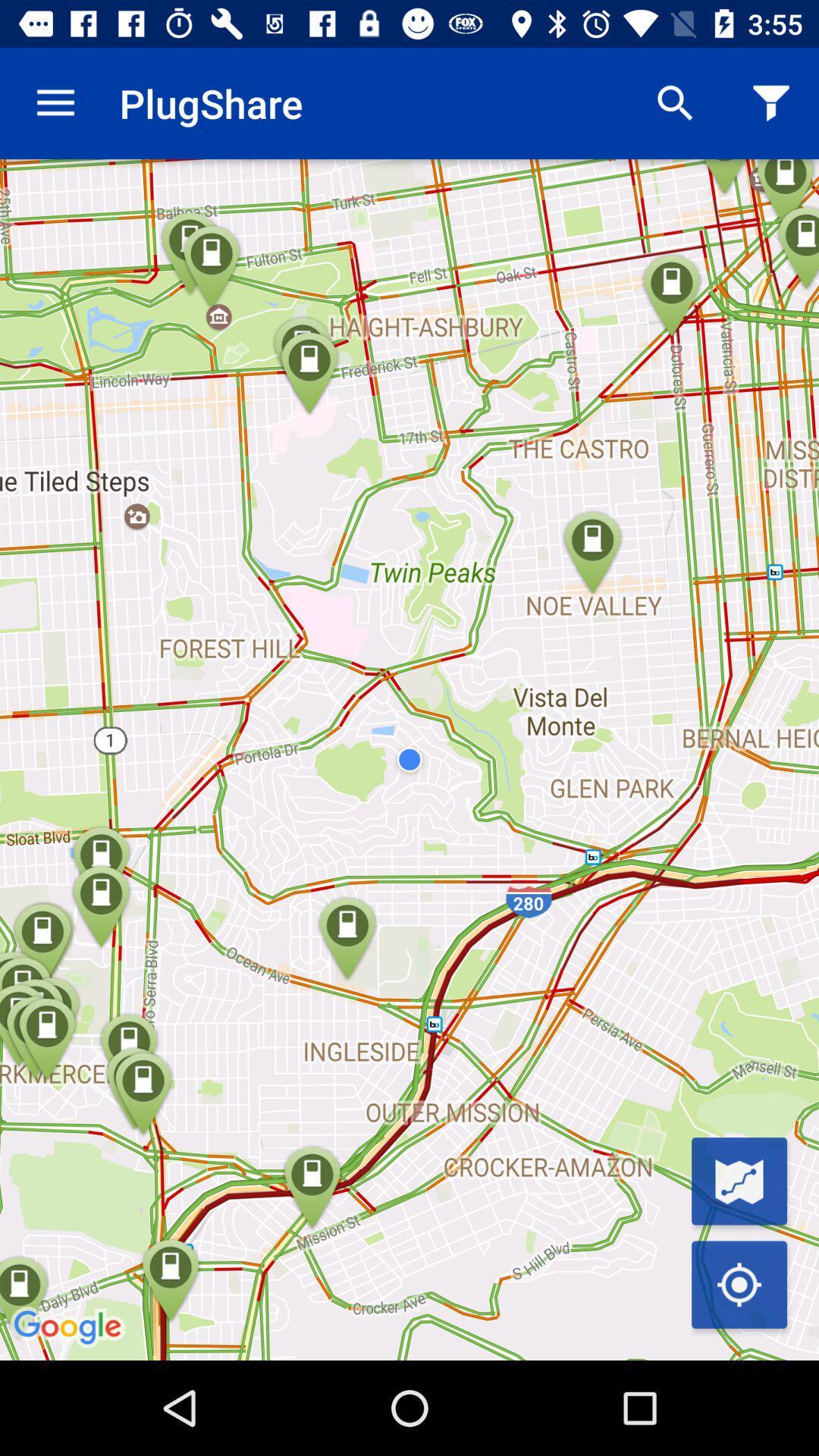 The height and width of the screenshot is (1456, 819). I want to click on the bookmark icon, so click(739, 1180).